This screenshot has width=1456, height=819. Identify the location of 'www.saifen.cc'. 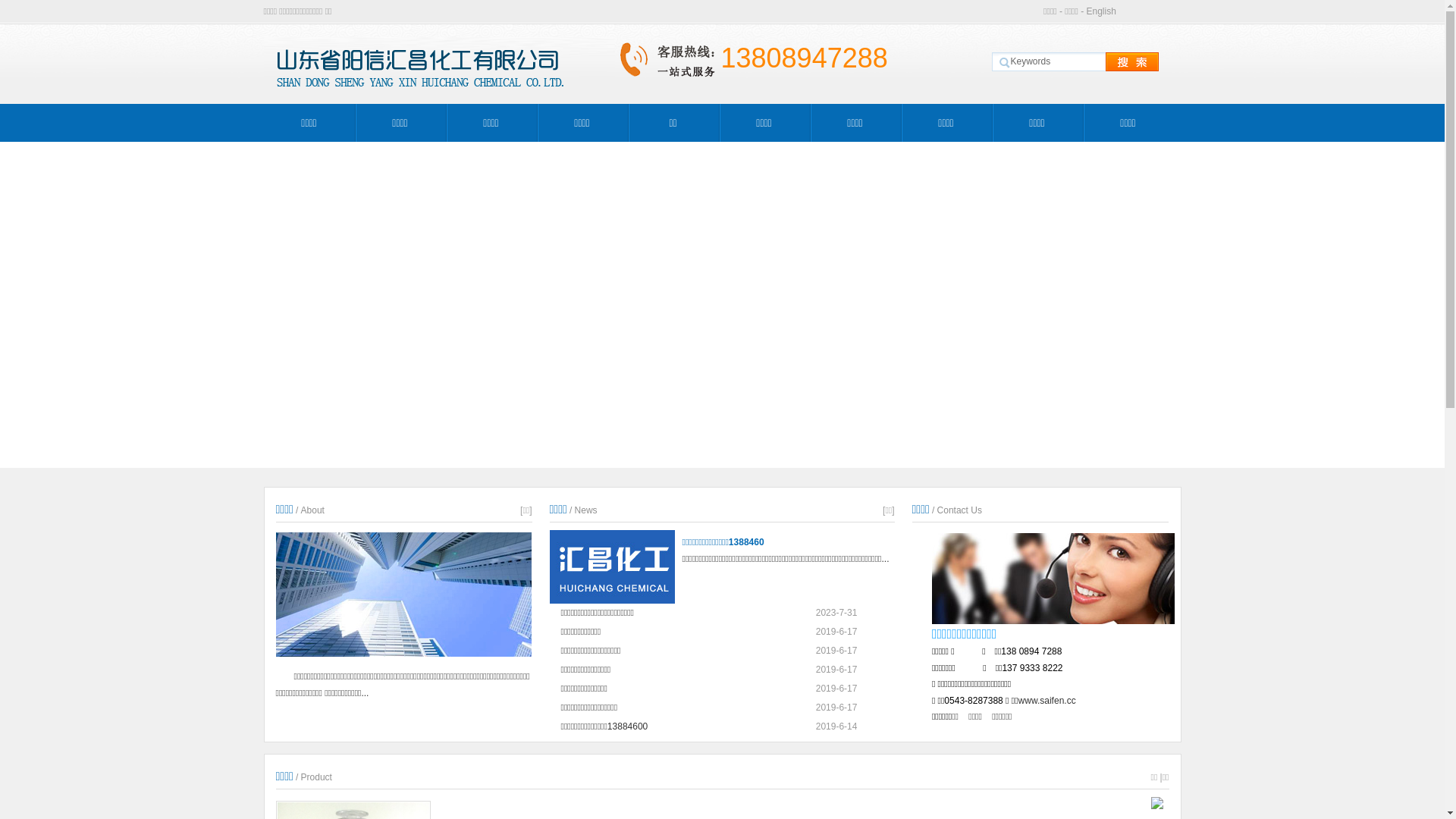
(1046, 701).